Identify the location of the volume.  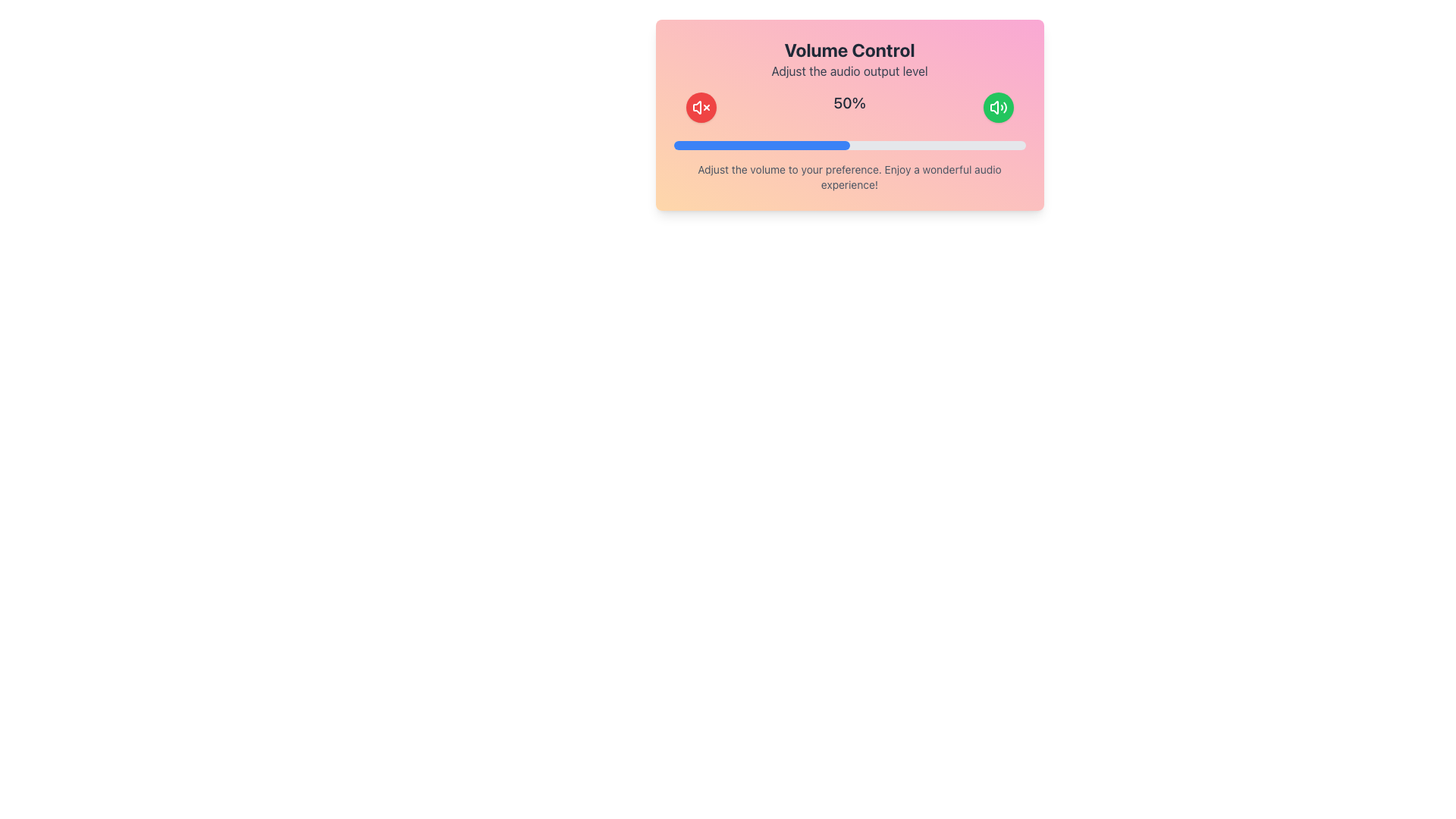
(976, 146).